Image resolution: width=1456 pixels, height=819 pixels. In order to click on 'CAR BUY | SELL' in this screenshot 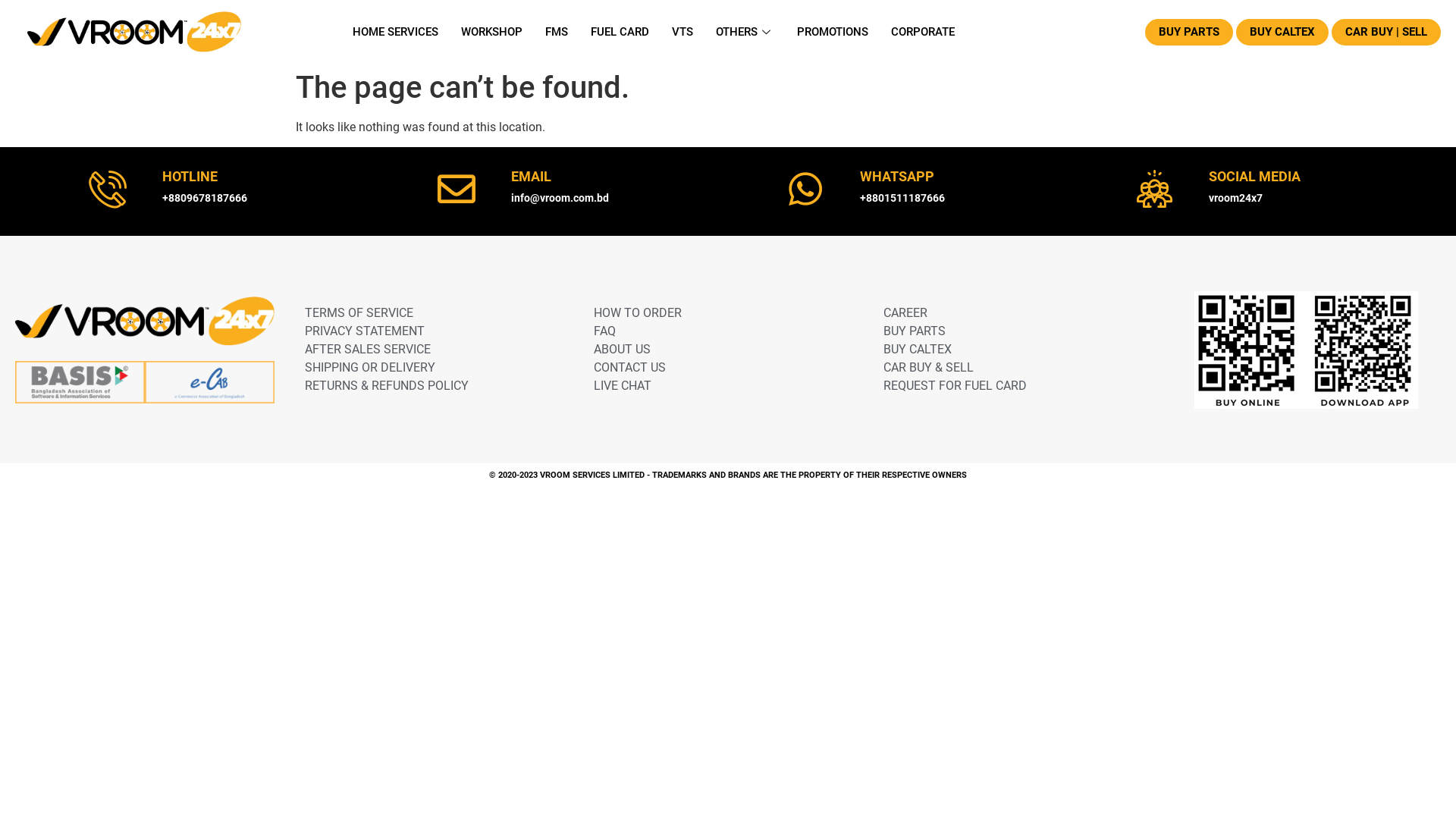, I will do `click(1386, 31)`.